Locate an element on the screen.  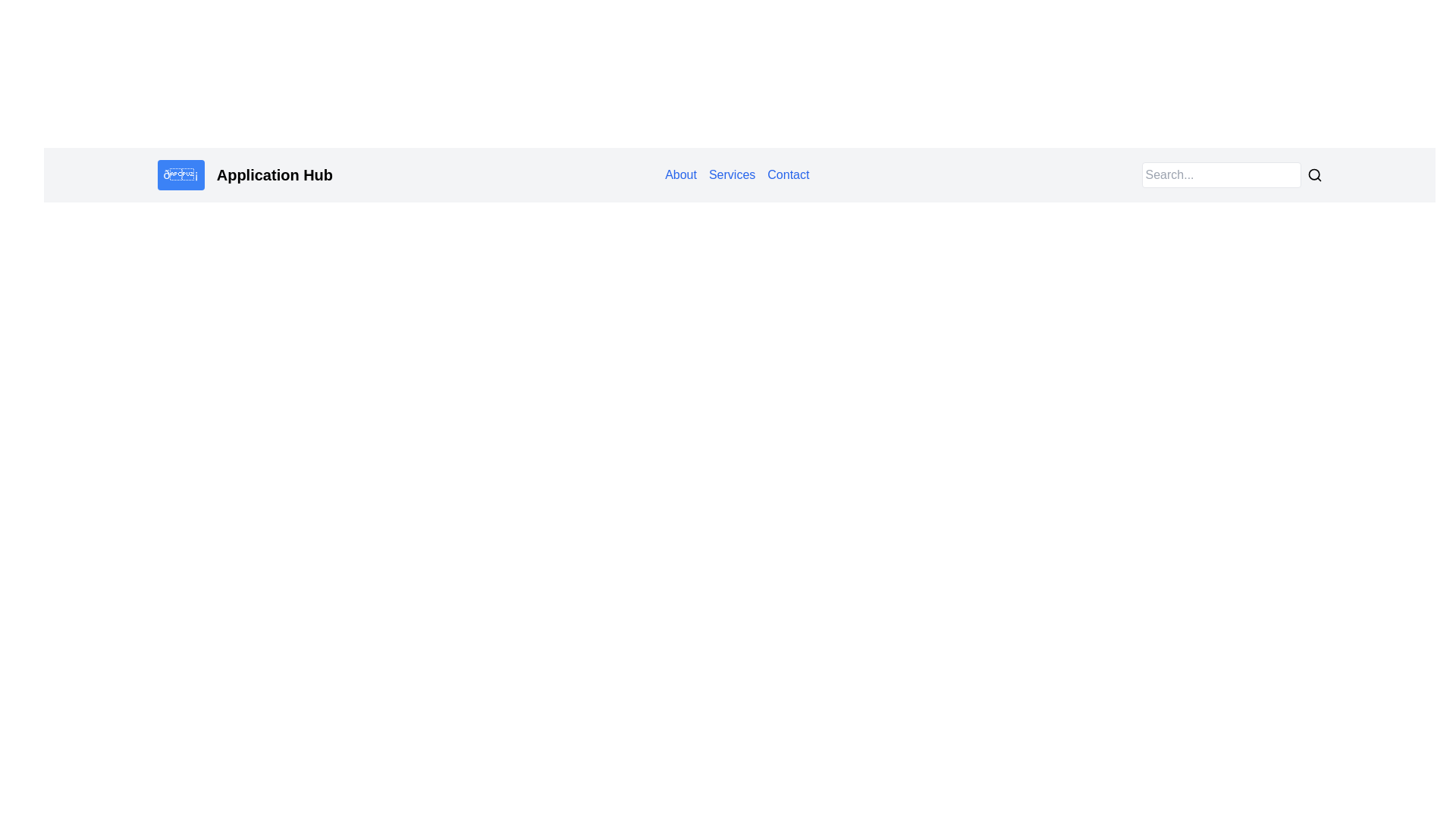
the magnifying glass icon, which is the larger circle at the center of the icon located at the far right of the header navigation bar is located at coordinates (1313, 174).